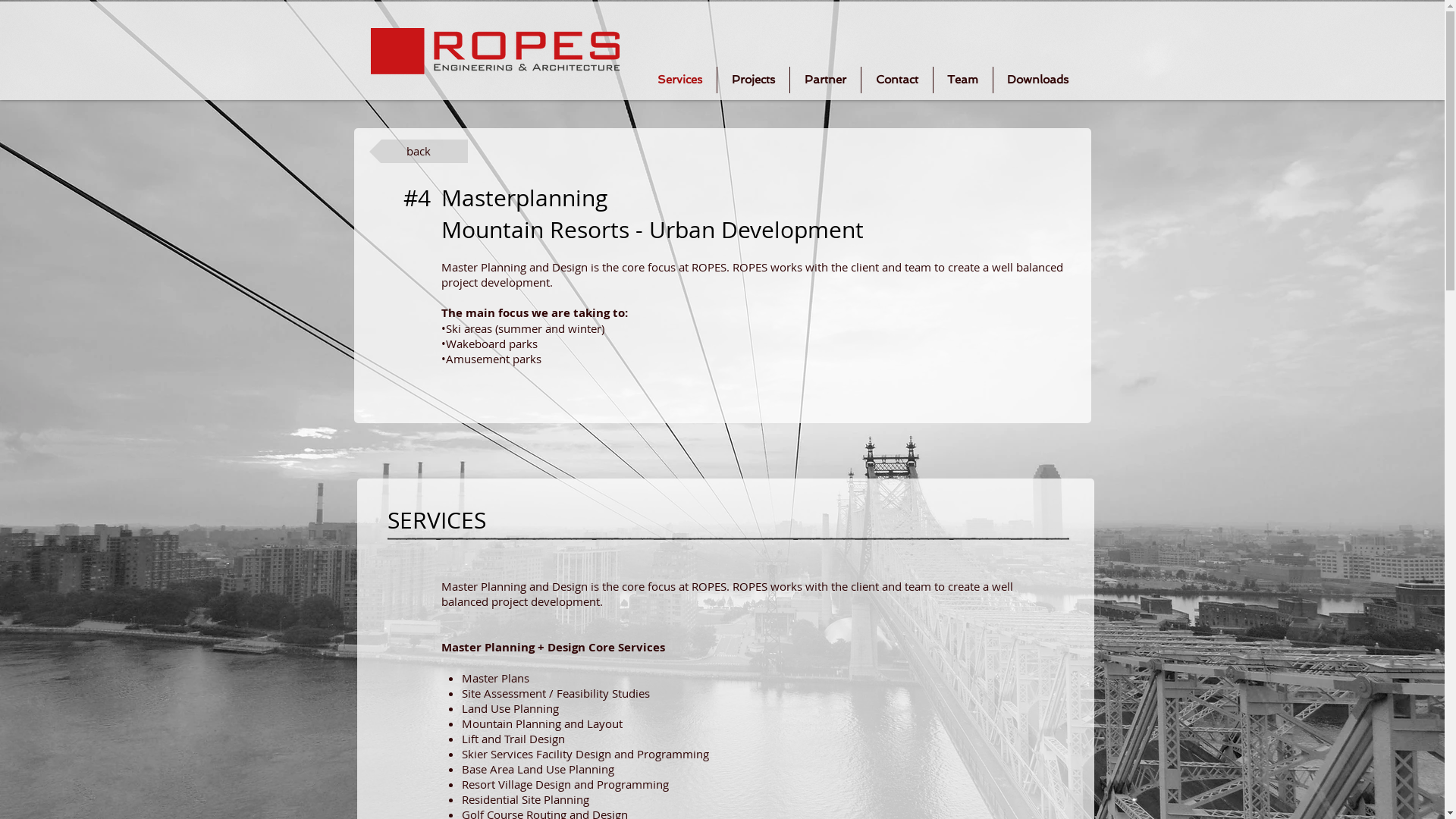 Image resolution: width=1456 pixels, height=819 pixels. I want to click on 'Team', so click(961, 80).